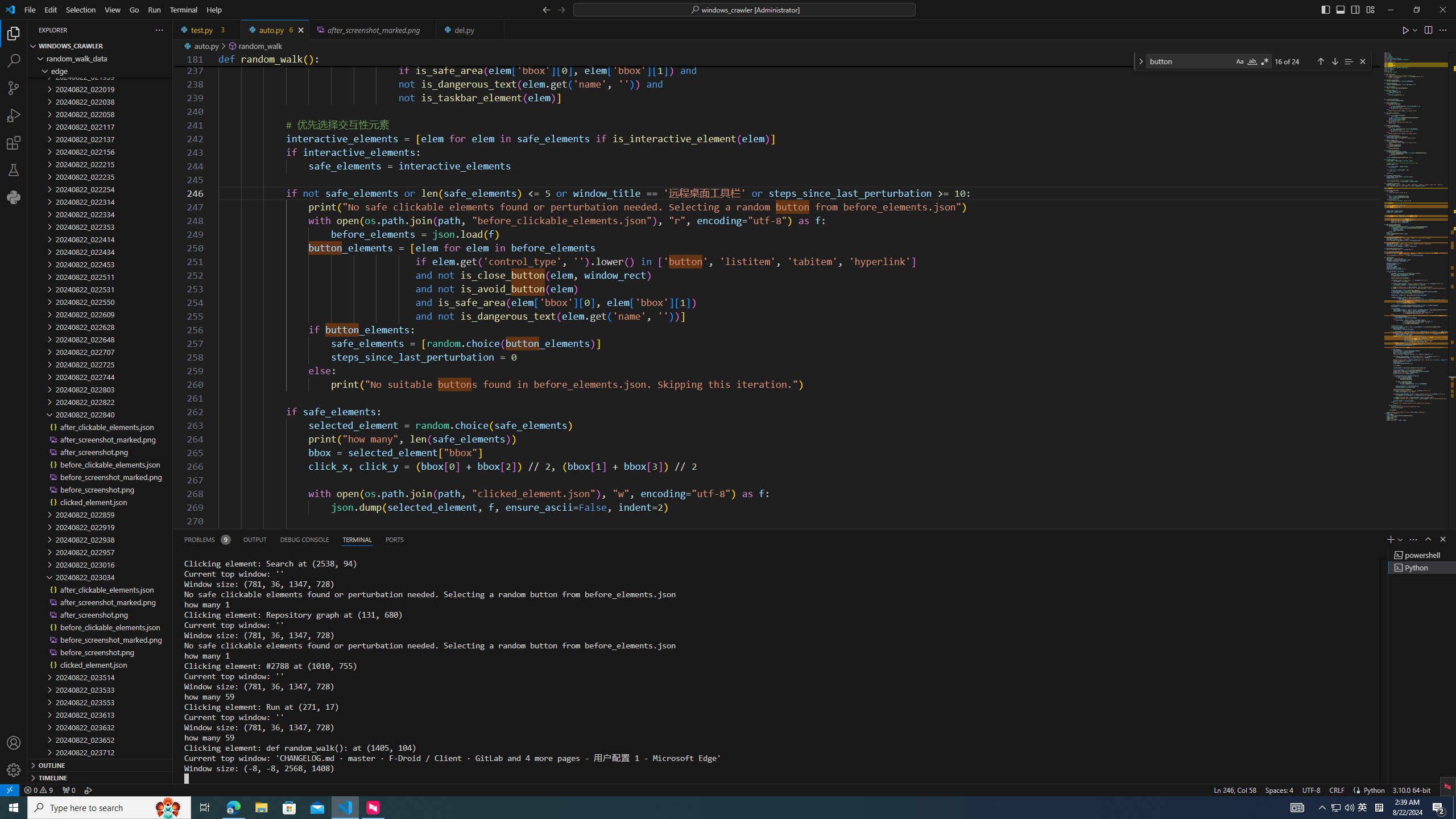  What do you see at coordinates (1363, 61) in the screenshot?
I see `'Close (Escape)'` at bounding box center [1363, 61].